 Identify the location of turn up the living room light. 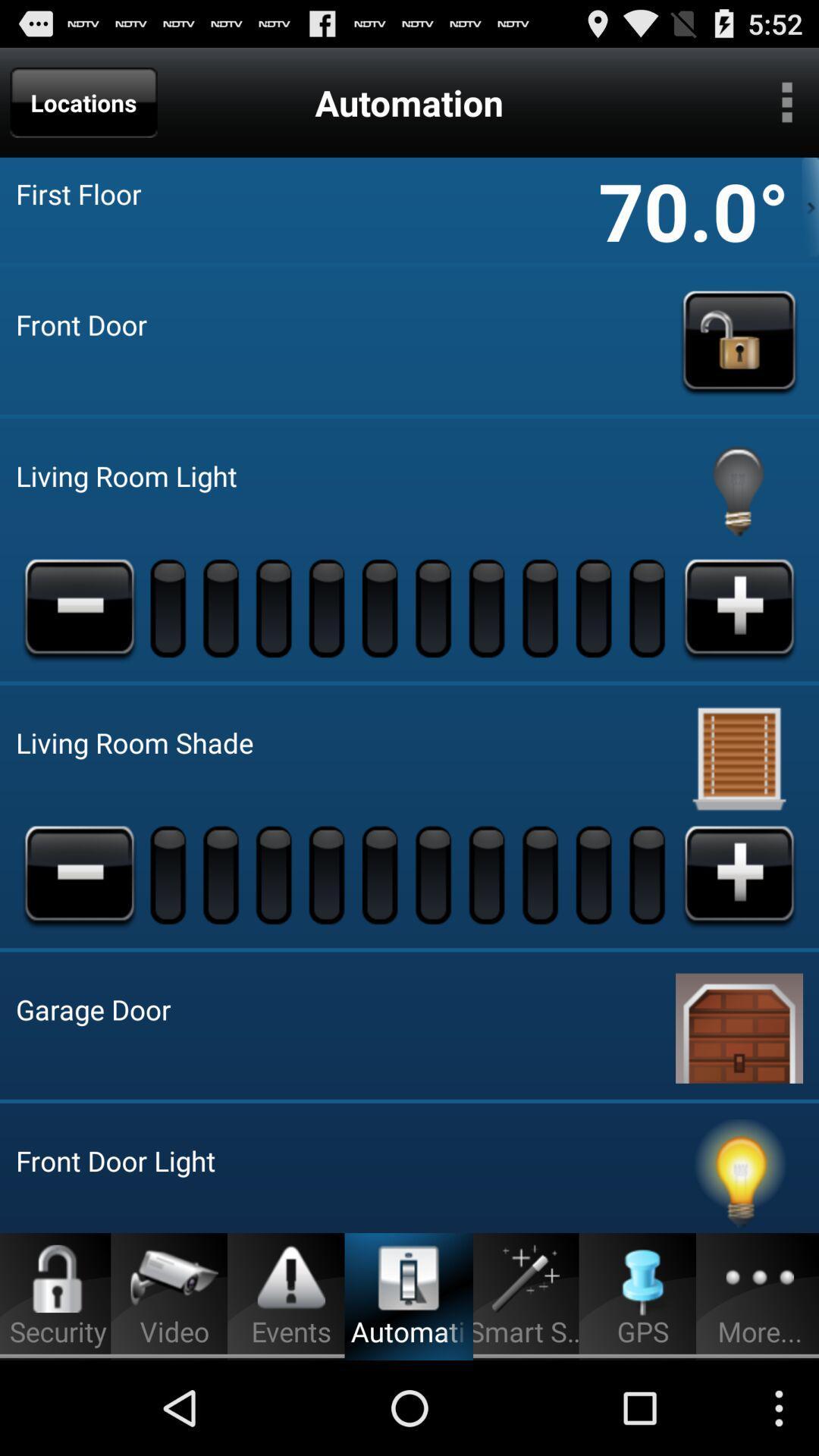
(739, 607).